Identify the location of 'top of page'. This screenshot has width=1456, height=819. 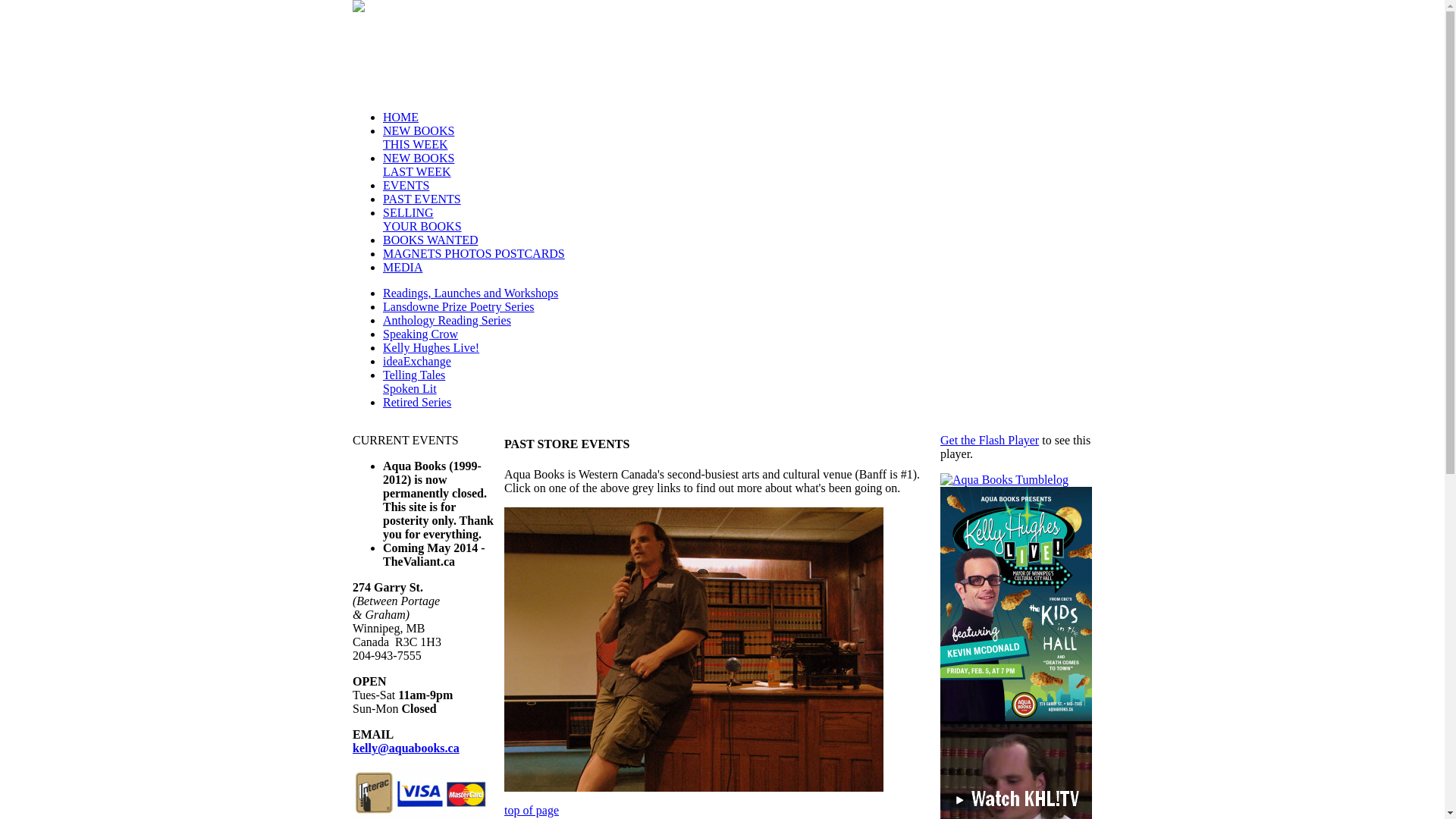
(504, 809).